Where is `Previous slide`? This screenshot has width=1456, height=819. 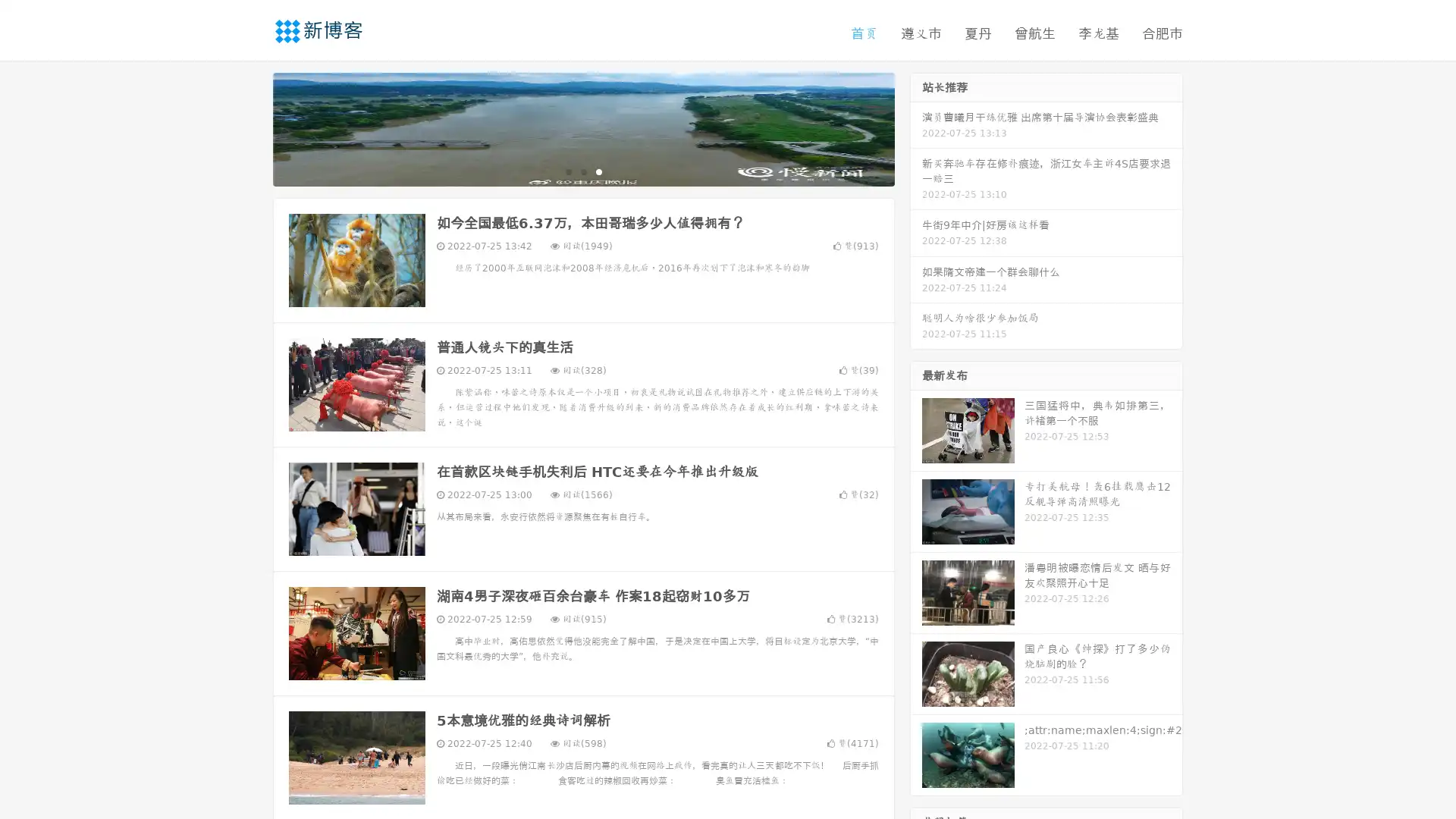
Previous slide is located at coordinates (250, 127).